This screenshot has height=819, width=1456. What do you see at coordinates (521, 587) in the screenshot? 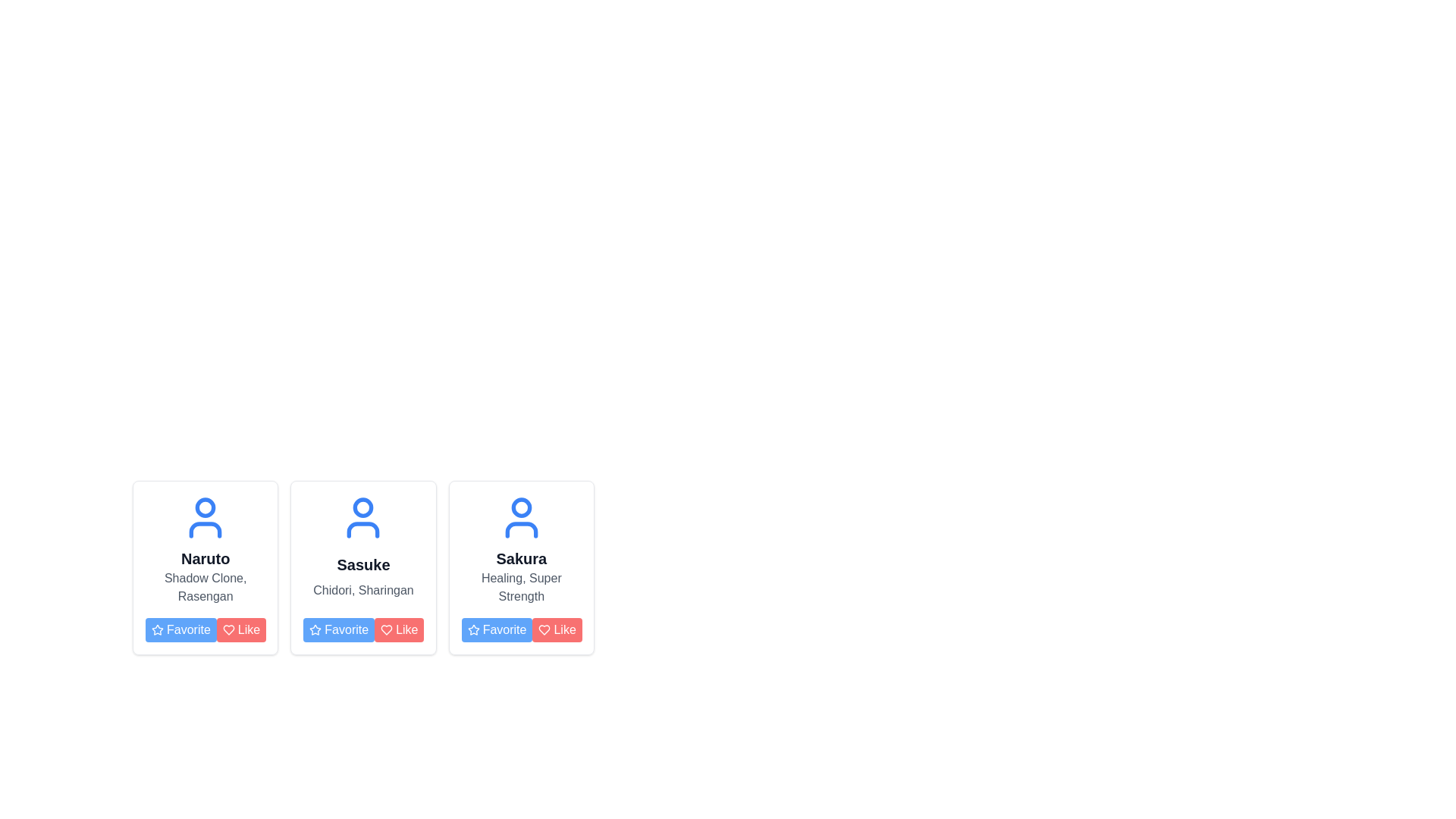
I see `the static text label displaying 'Healing, Super Strength', which is located below the name 'Sakura' in the third card and above the 'Favorite' and 'Like' buttons` at bounding box center [521, 587].